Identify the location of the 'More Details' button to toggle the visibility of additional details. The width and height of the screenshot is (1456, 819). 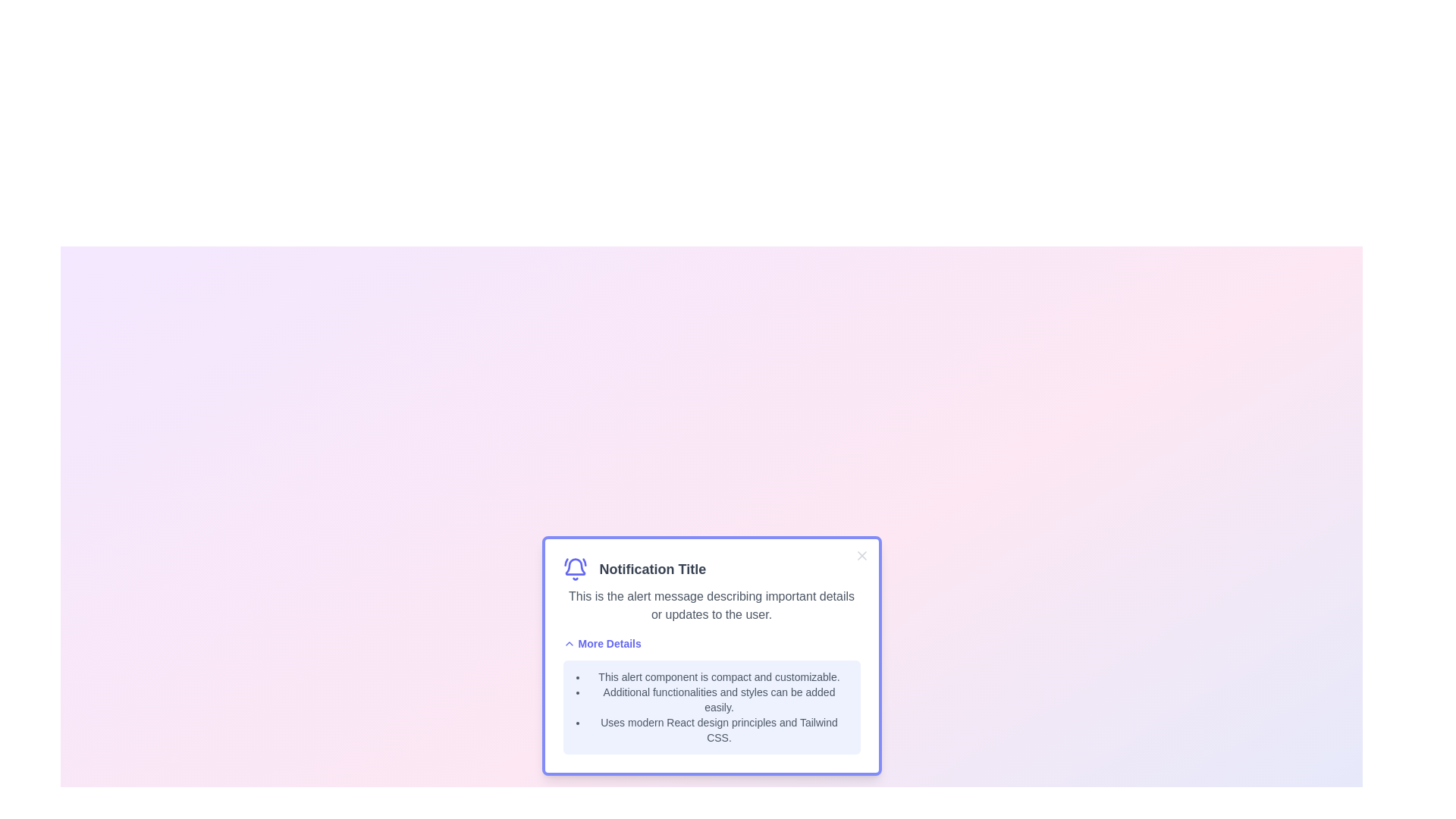
(601, 643).